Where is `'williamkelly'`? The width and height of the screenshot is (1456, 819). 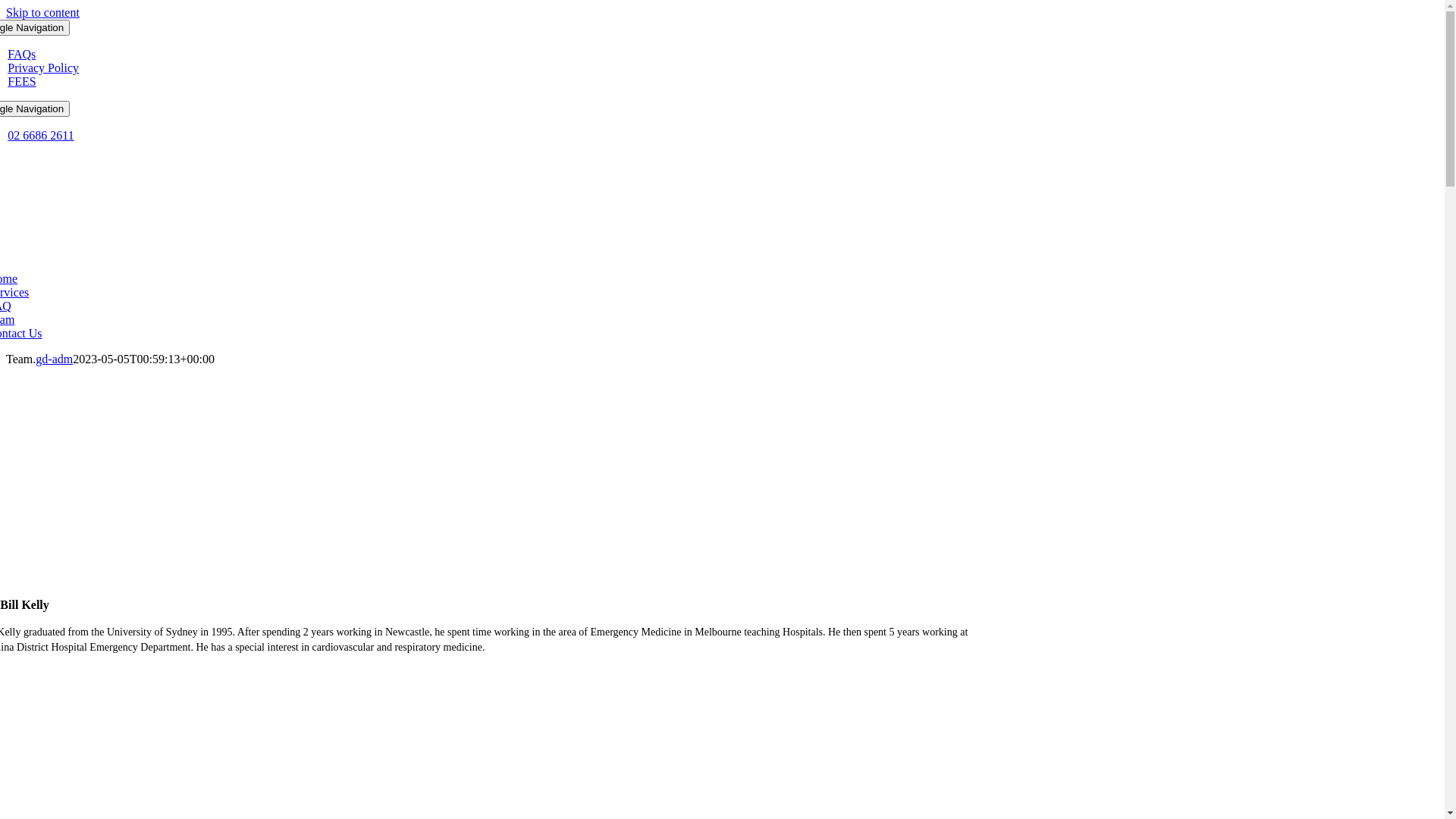
'williamkelly' is located at coordinates (483, 479).